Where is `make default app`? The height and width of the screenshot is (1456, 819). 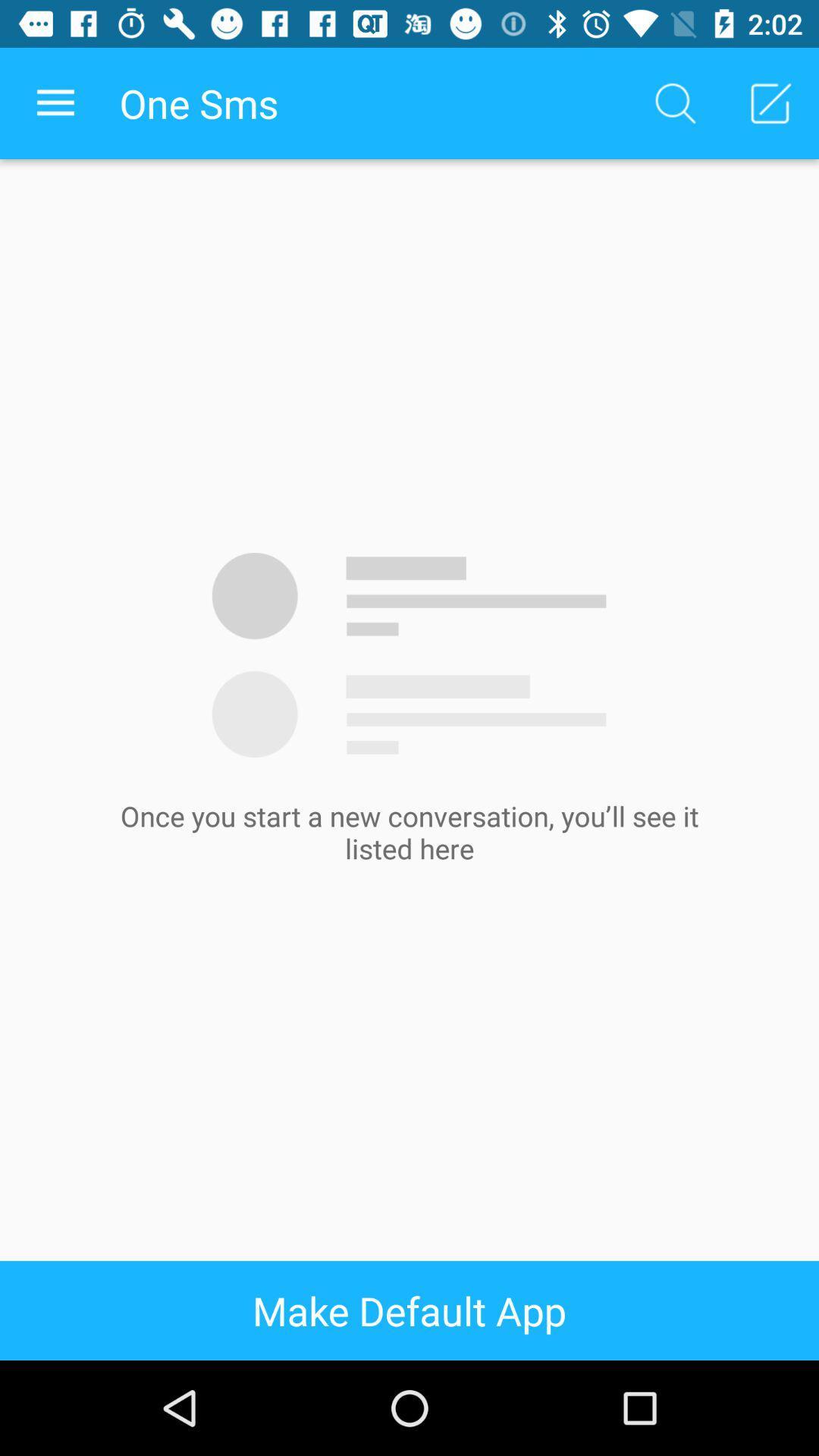
make default app is located at coordinates (409, 1310).